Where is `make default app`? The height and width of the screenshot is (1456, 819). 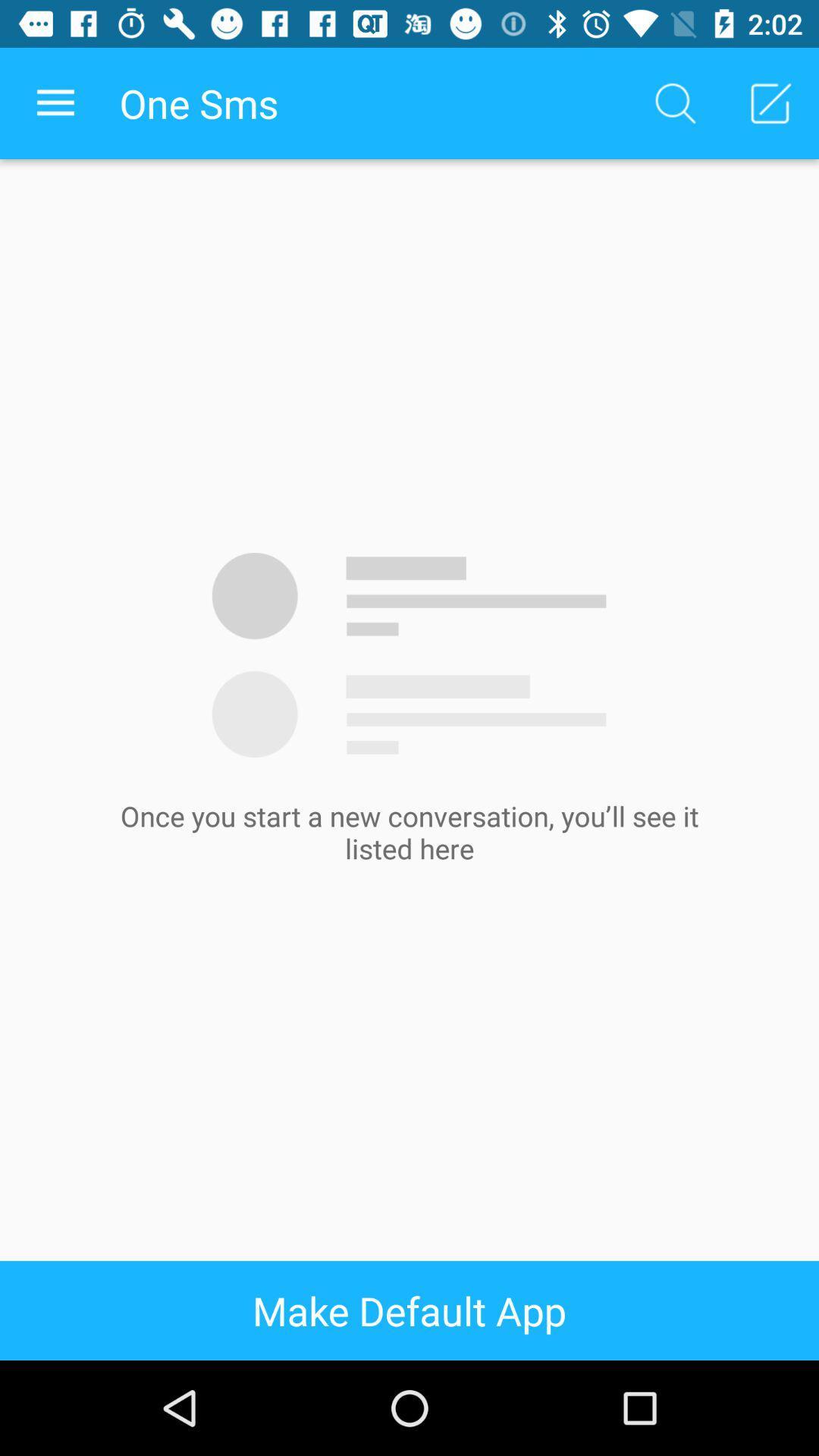
make default app is located at coordinates (409, 1310).